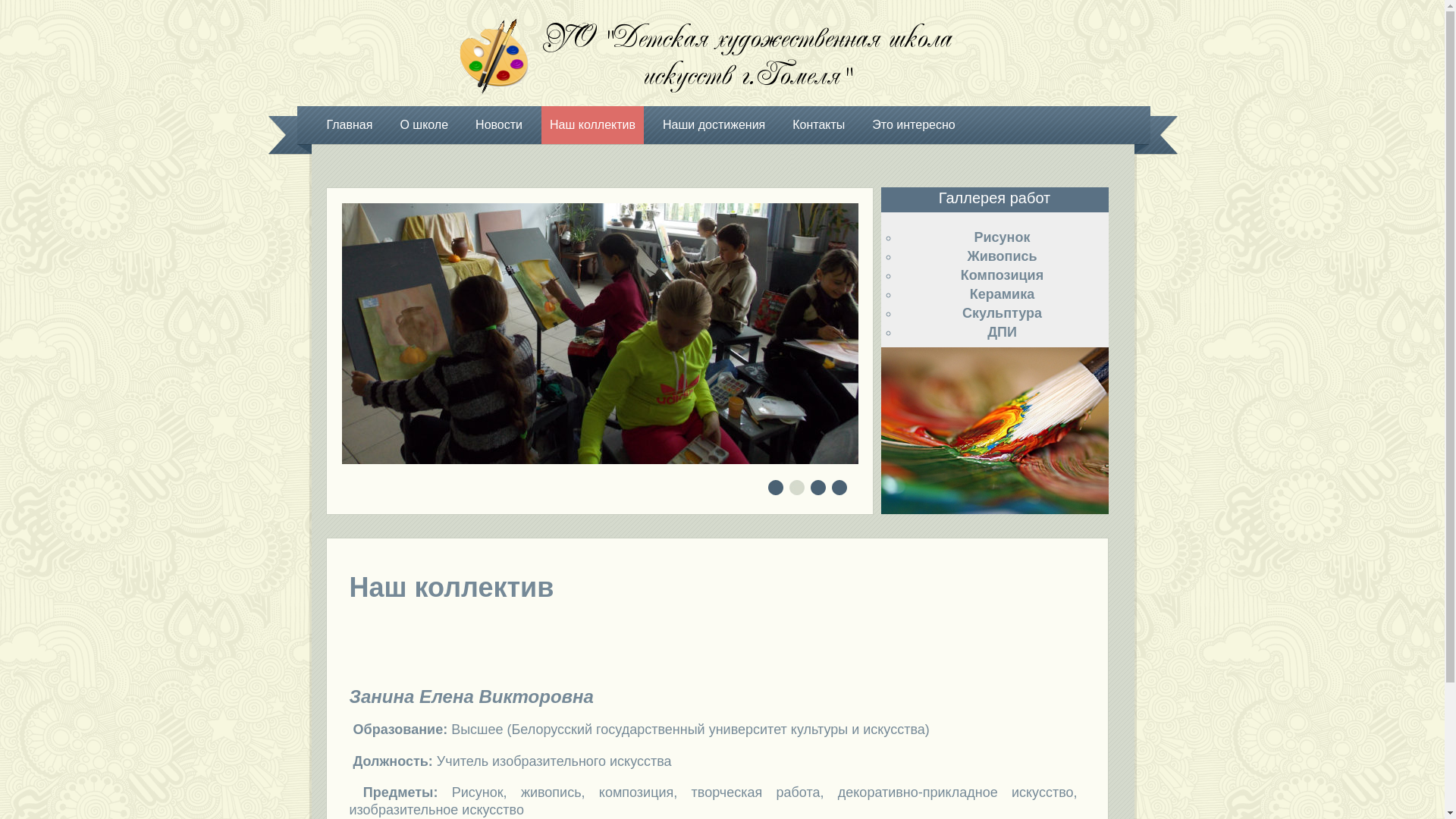 Image resolution: width=1456 pixels, height=819 pixels. I want to click on '2', so click(796, 488).